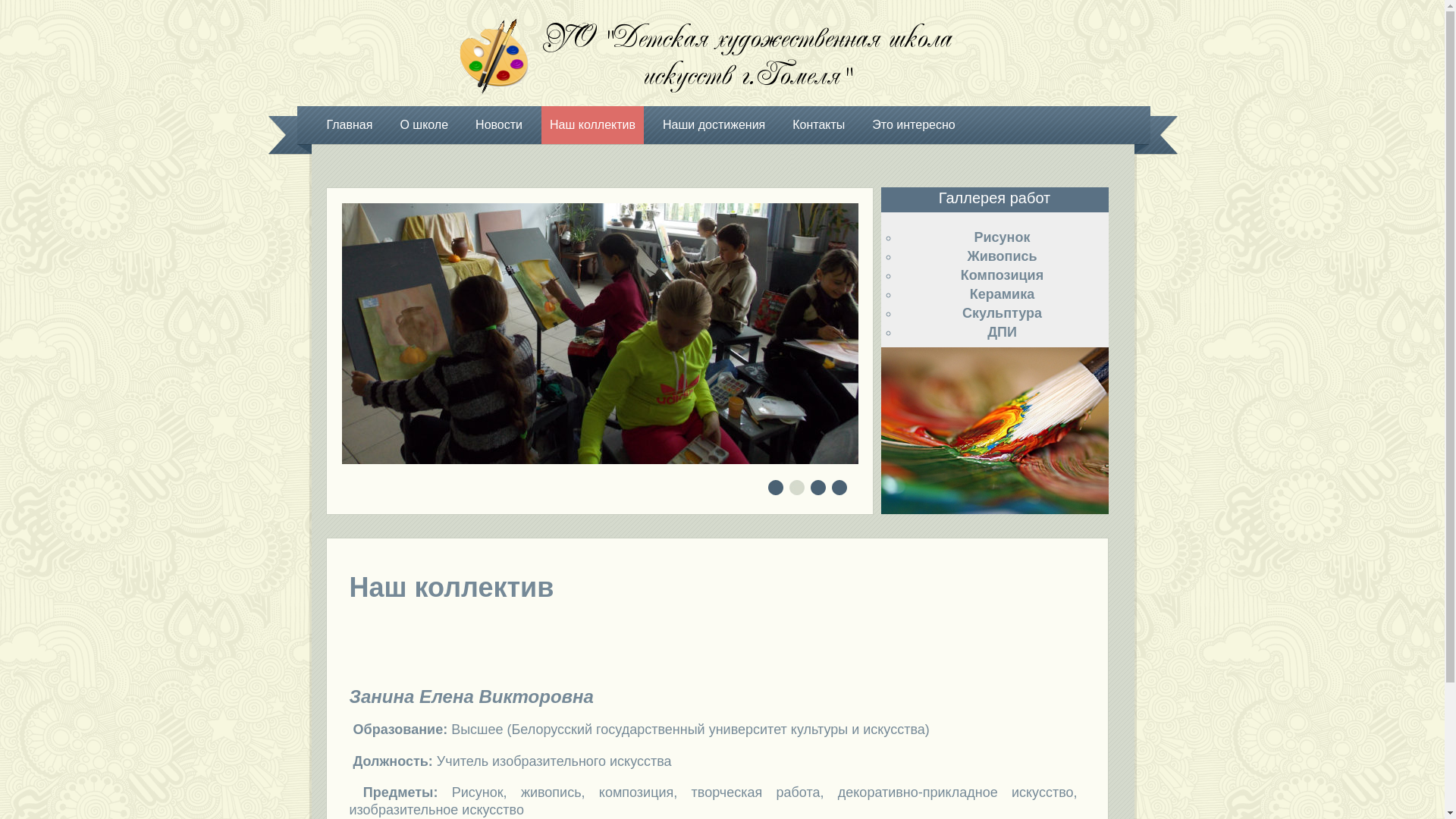 Image resolution: width=1456 pixels, height=819 pixels. I want to click on '2', so click(796, 488).